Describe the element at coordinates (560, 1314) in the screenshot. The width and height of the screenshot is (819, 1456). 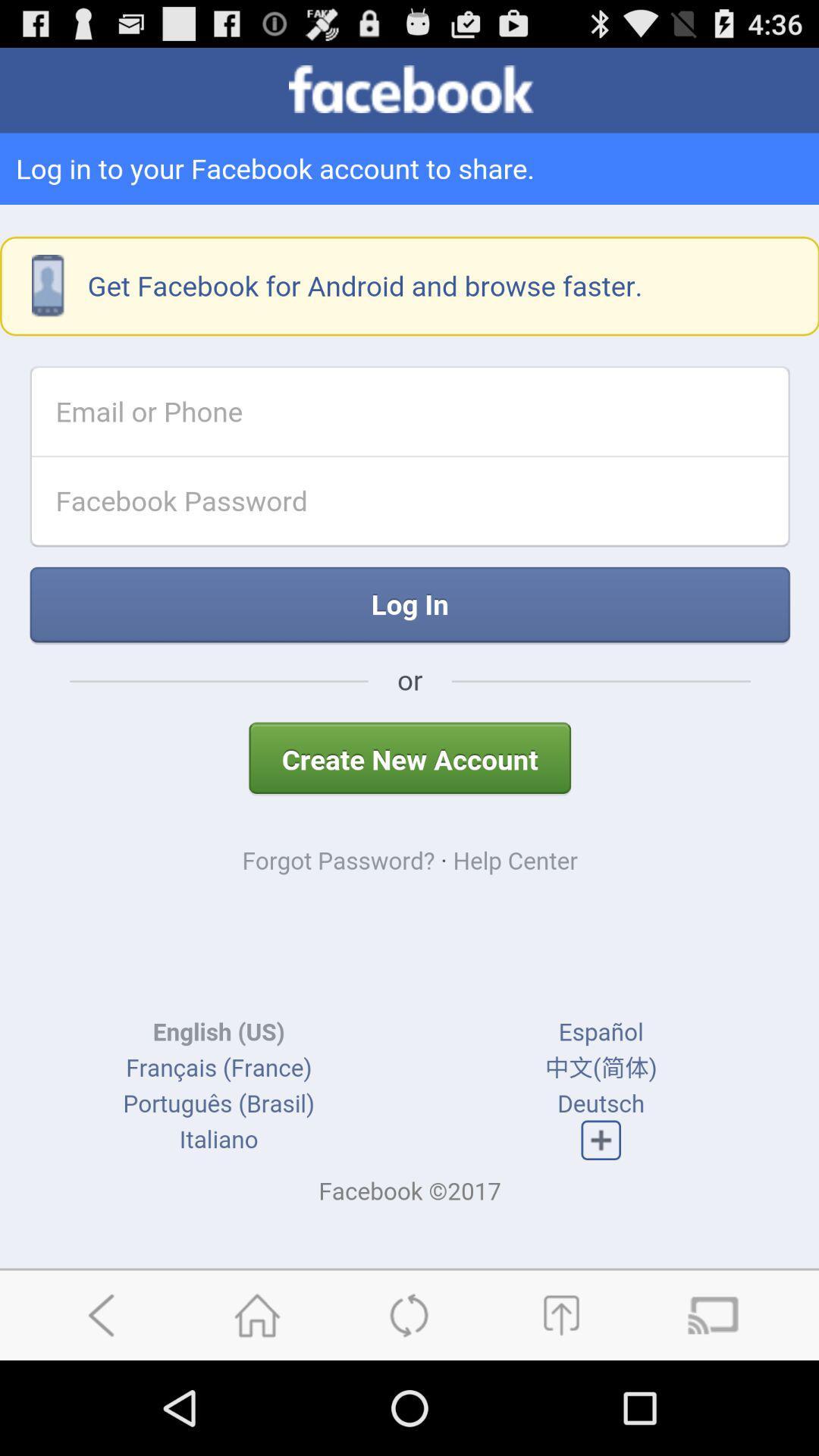
I see `share the article` at that location.